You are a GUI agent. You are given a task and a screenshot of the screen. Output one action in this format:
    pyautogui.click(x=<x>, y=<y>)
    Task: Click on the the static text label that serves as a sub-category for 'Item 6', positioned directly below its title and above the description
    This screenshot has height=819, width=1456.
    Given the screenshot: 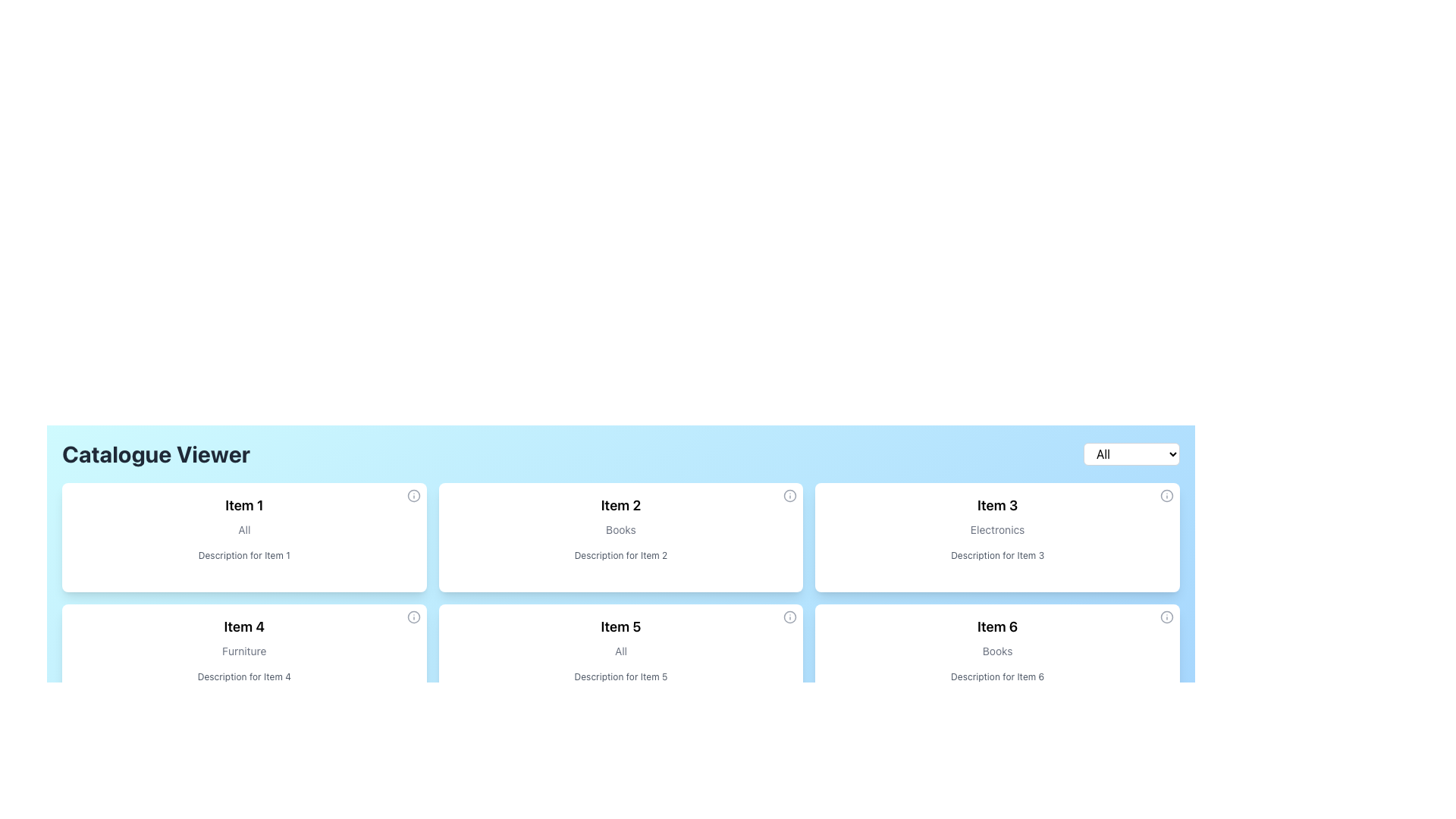 What is the action you would take?
    pyautogui.click(x=997, y=651)
    